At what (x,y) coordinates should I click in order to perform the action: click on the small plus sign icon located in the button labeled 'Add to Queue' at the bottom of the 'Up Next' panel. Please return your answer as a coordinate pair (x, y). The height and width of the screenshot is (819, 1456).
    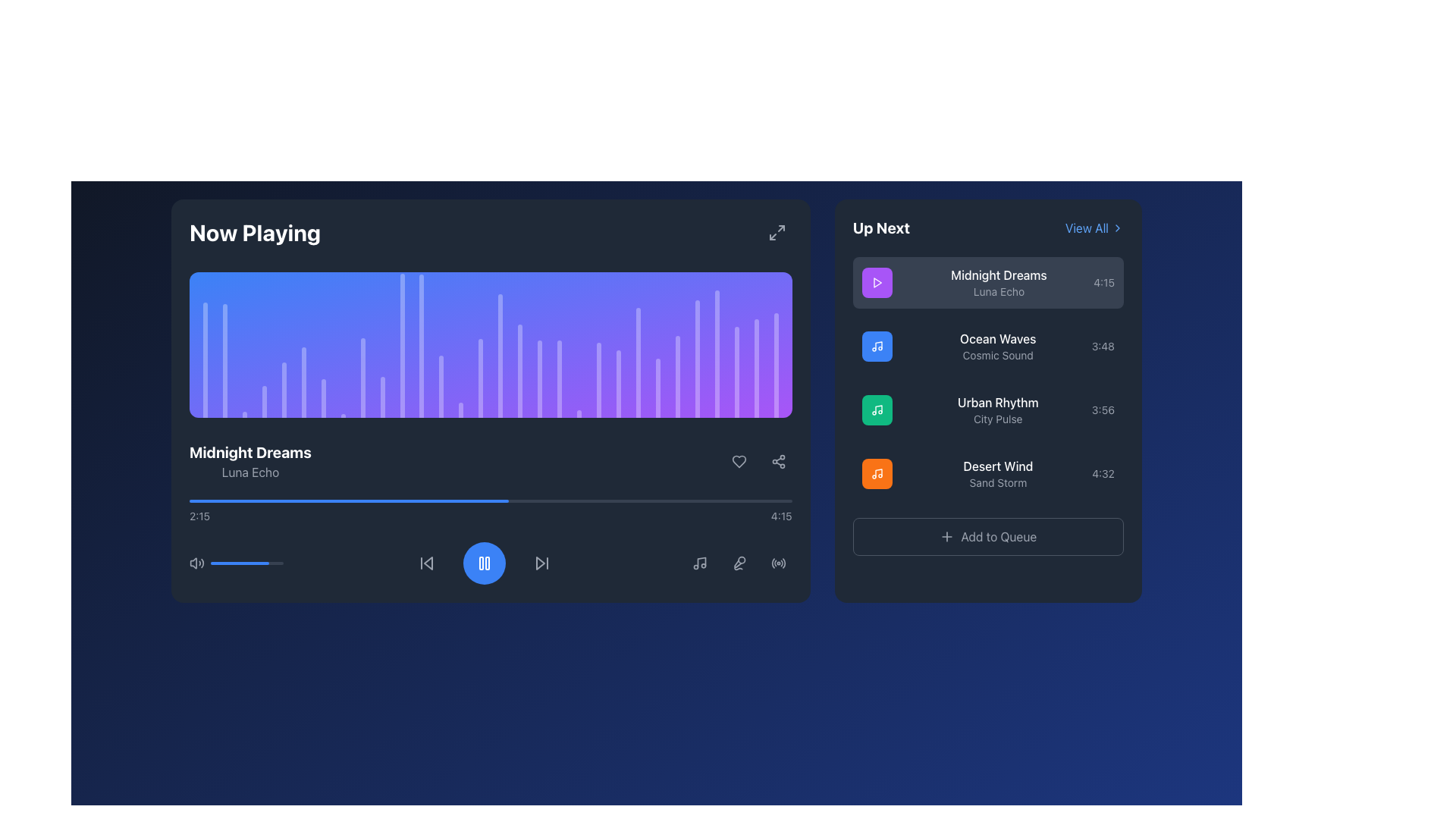
    Looking at the image, I should click on (946, 536).